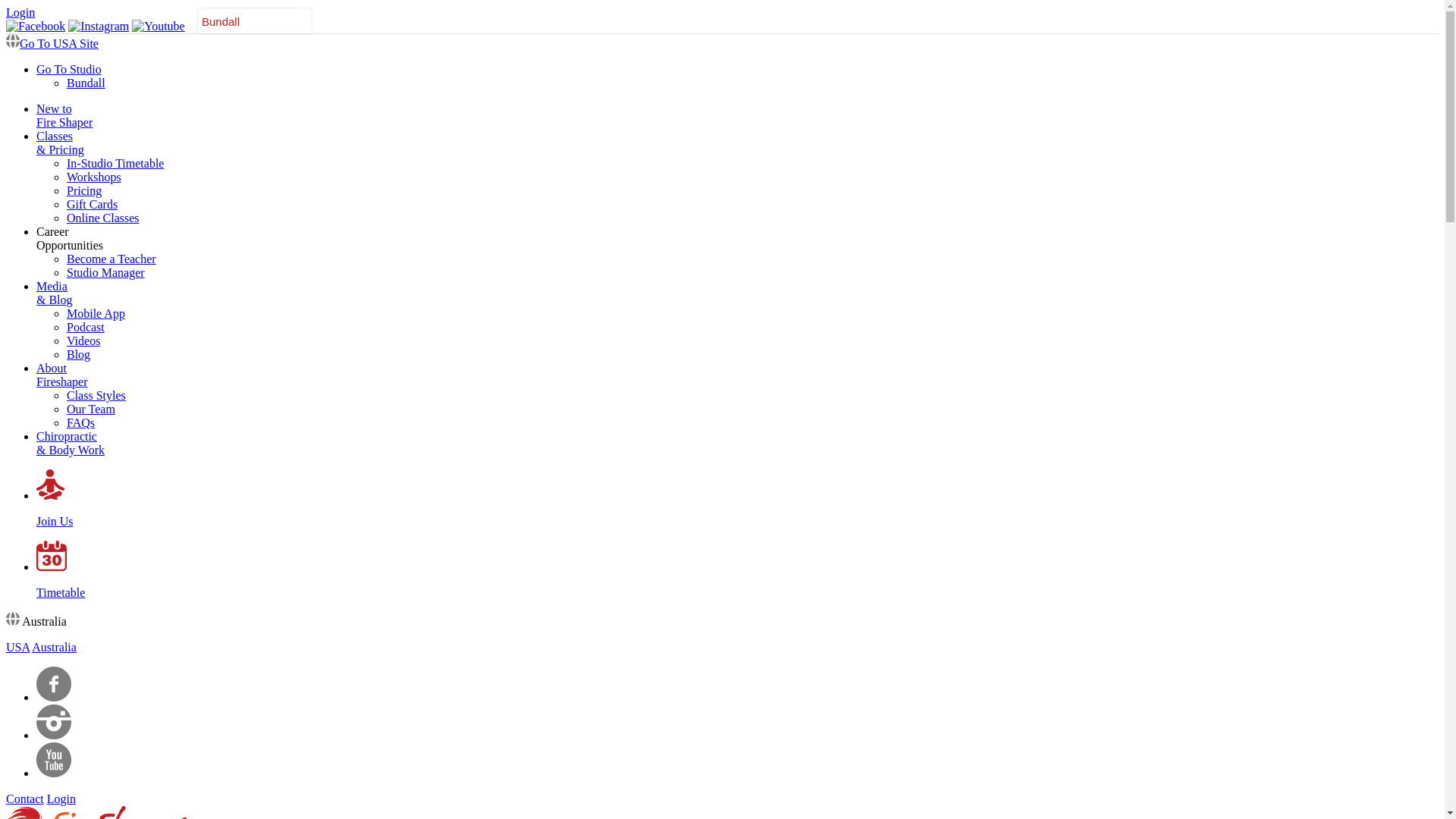 Image resolution: width=1456 pixels, height=819 pixels. I want to click on 'Workshops', so click(65, 176).